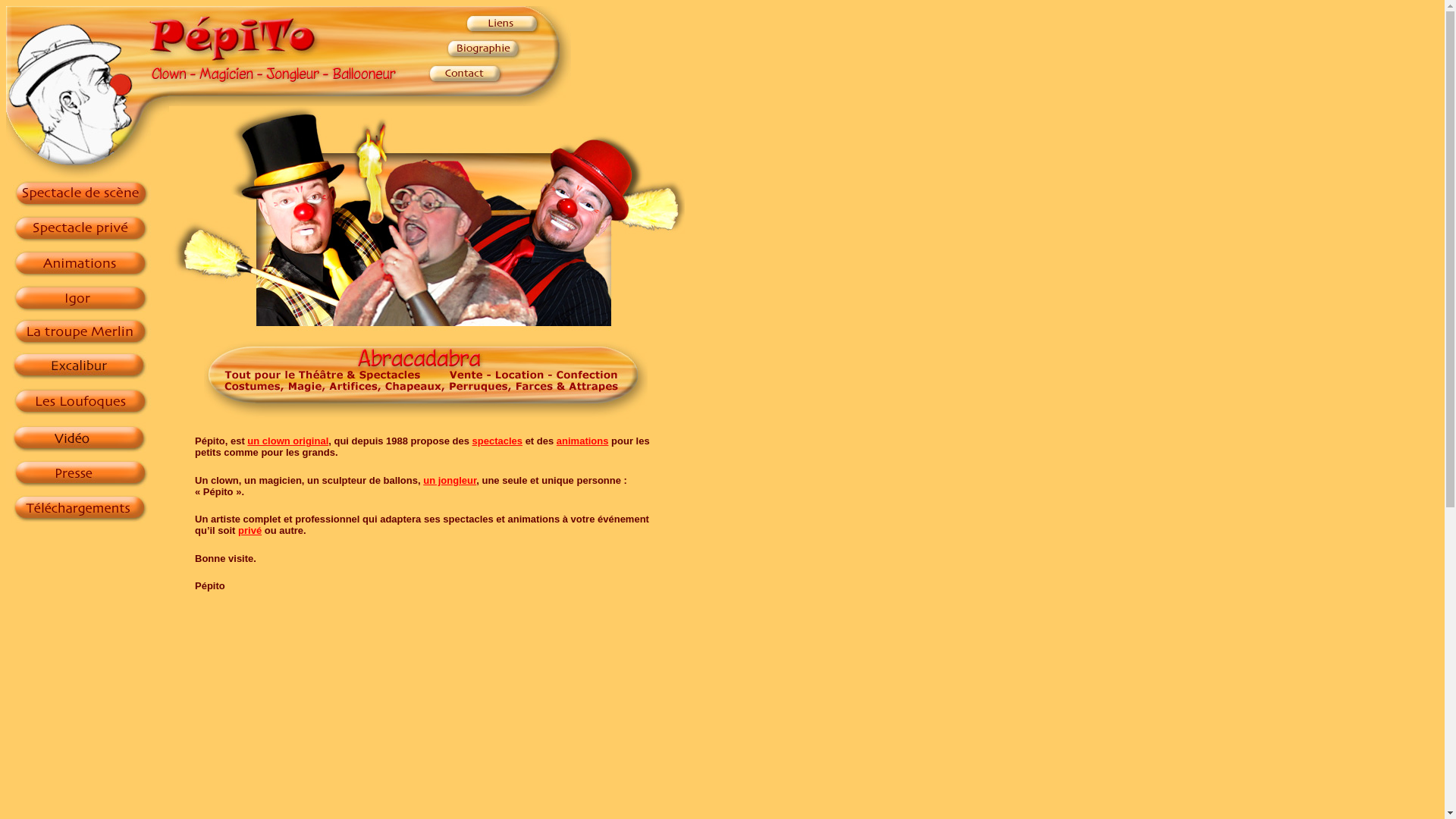 The height and width of the screenshot is (819, 1456). I want to click on 'un jongleur', so click(449, 480).